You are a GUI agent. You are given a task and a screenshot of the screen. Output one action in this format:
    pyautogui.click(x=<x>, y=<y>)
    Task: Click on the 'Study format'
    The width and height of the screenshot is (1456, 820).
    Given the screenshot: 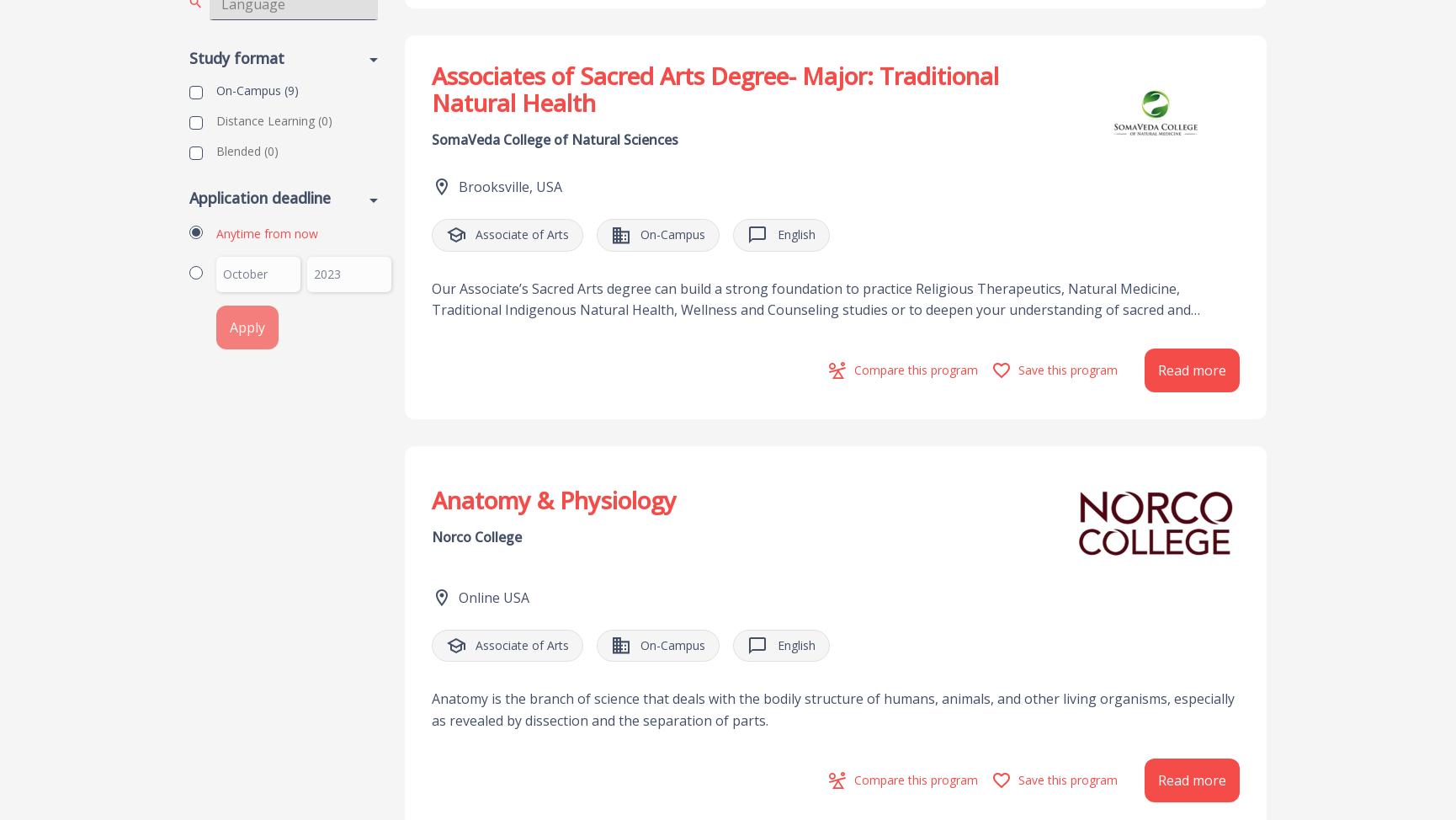 What is the action you would take?
    pyautogui.click(x=236, y=56)
    